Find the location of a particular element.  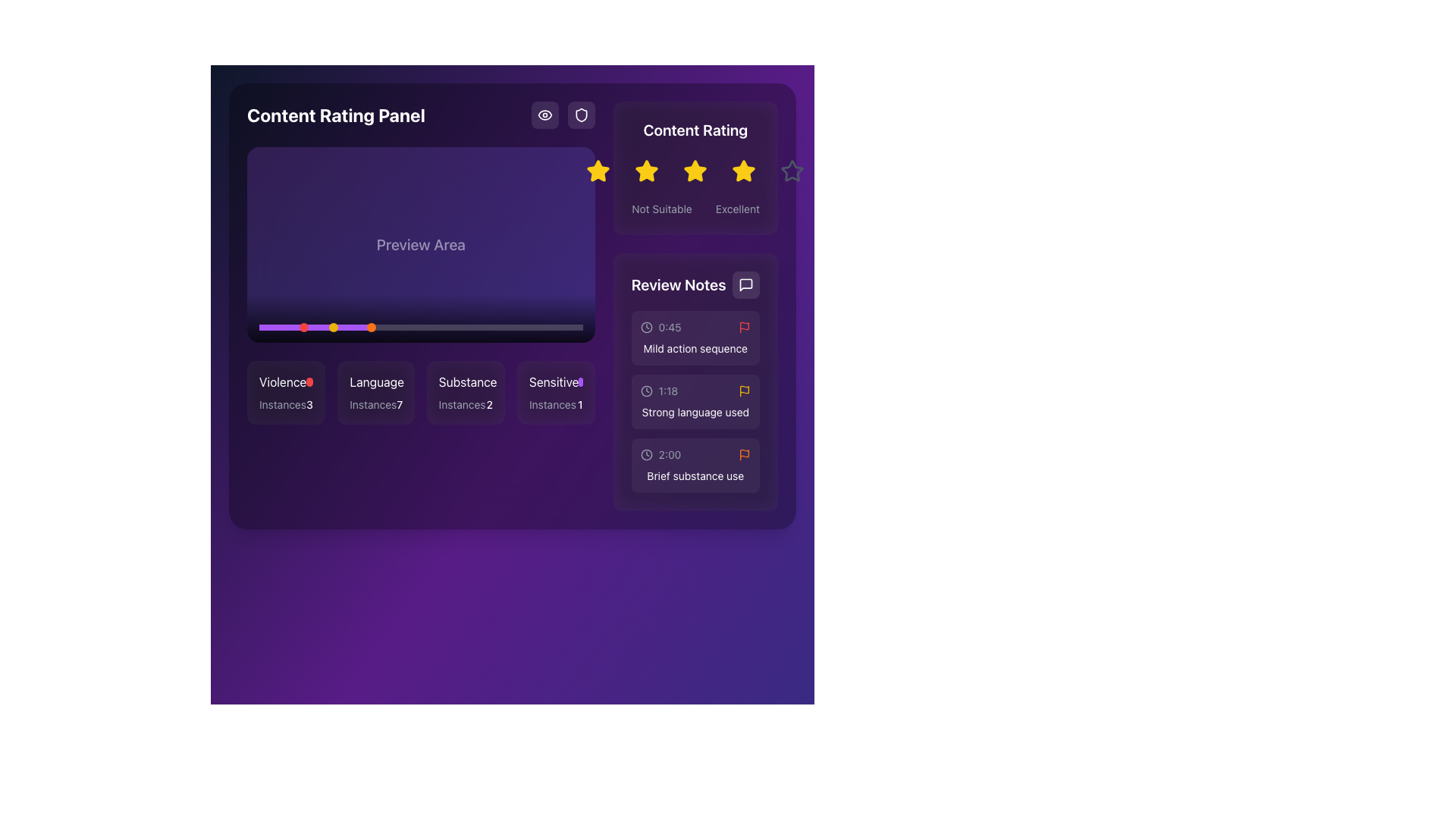

the timestamp marker text element is located at coordinates (659, 391).